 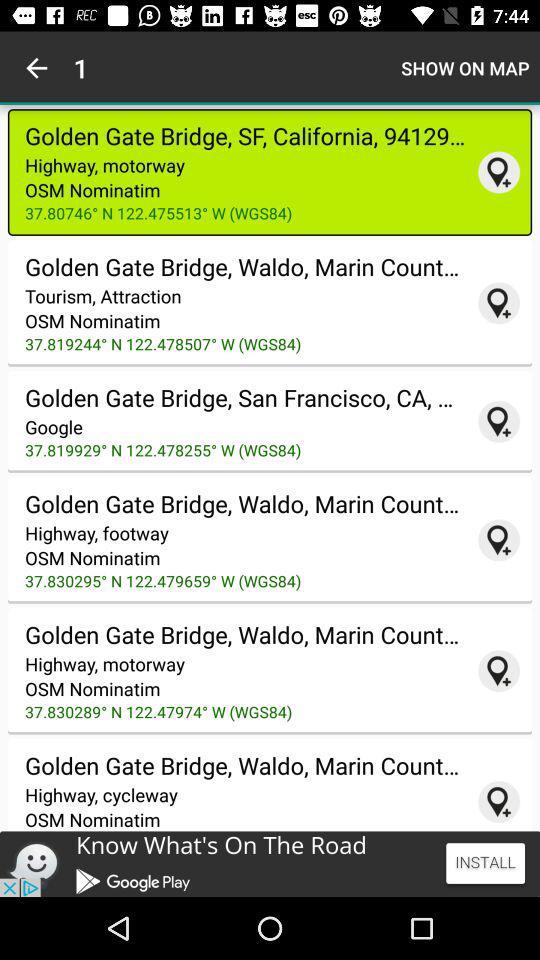 What do you see at coordinates (498, 171) in the screenshot?
I see `see location` at bounding box center [498, 171].